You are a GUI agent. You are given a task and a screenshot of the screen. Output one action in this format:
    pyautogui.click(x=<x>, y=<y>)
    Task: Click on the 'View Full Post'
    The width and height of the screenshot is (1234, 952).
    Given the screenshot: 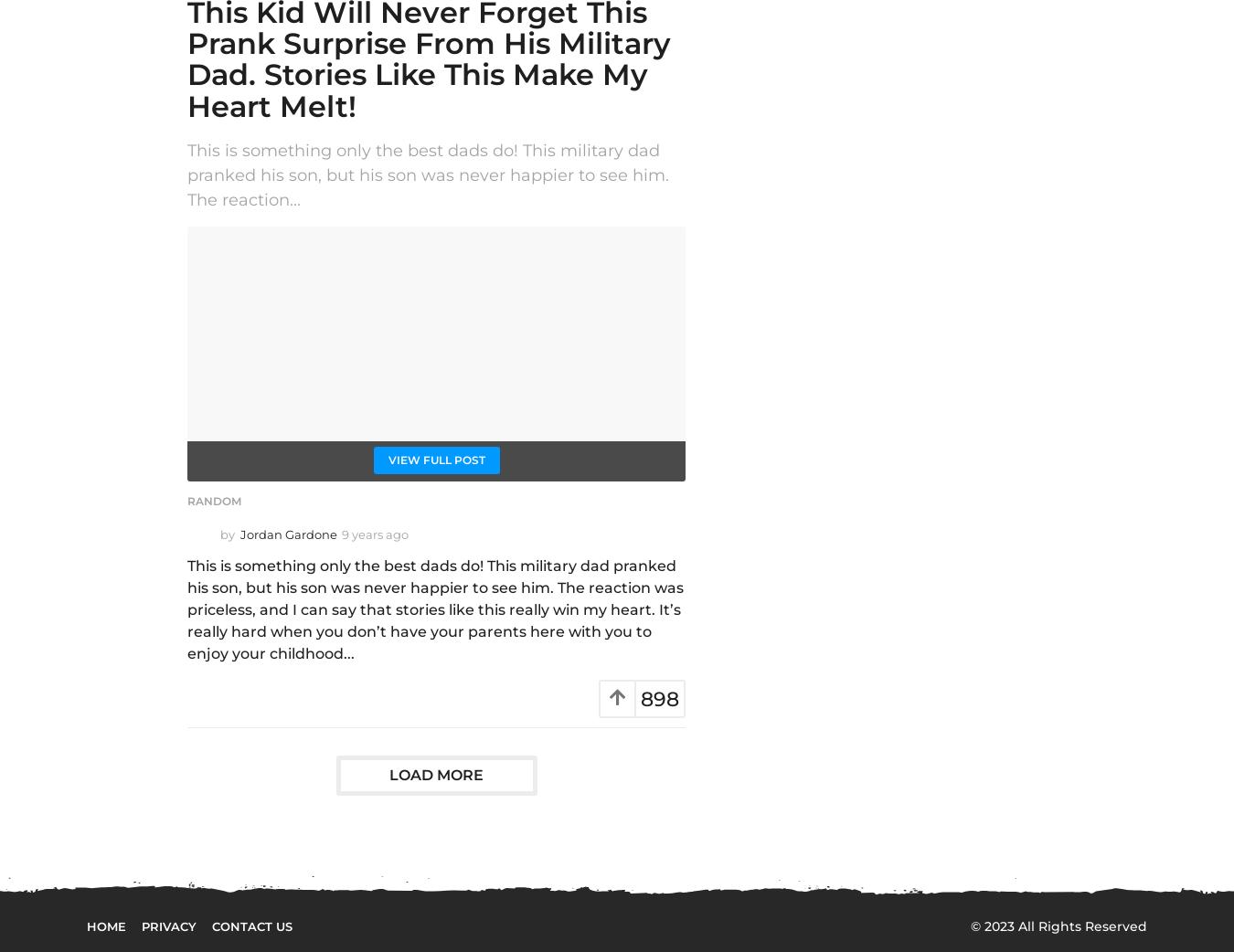 What is the action you would take?
    pyautogui.click(x=388, y=459)
    